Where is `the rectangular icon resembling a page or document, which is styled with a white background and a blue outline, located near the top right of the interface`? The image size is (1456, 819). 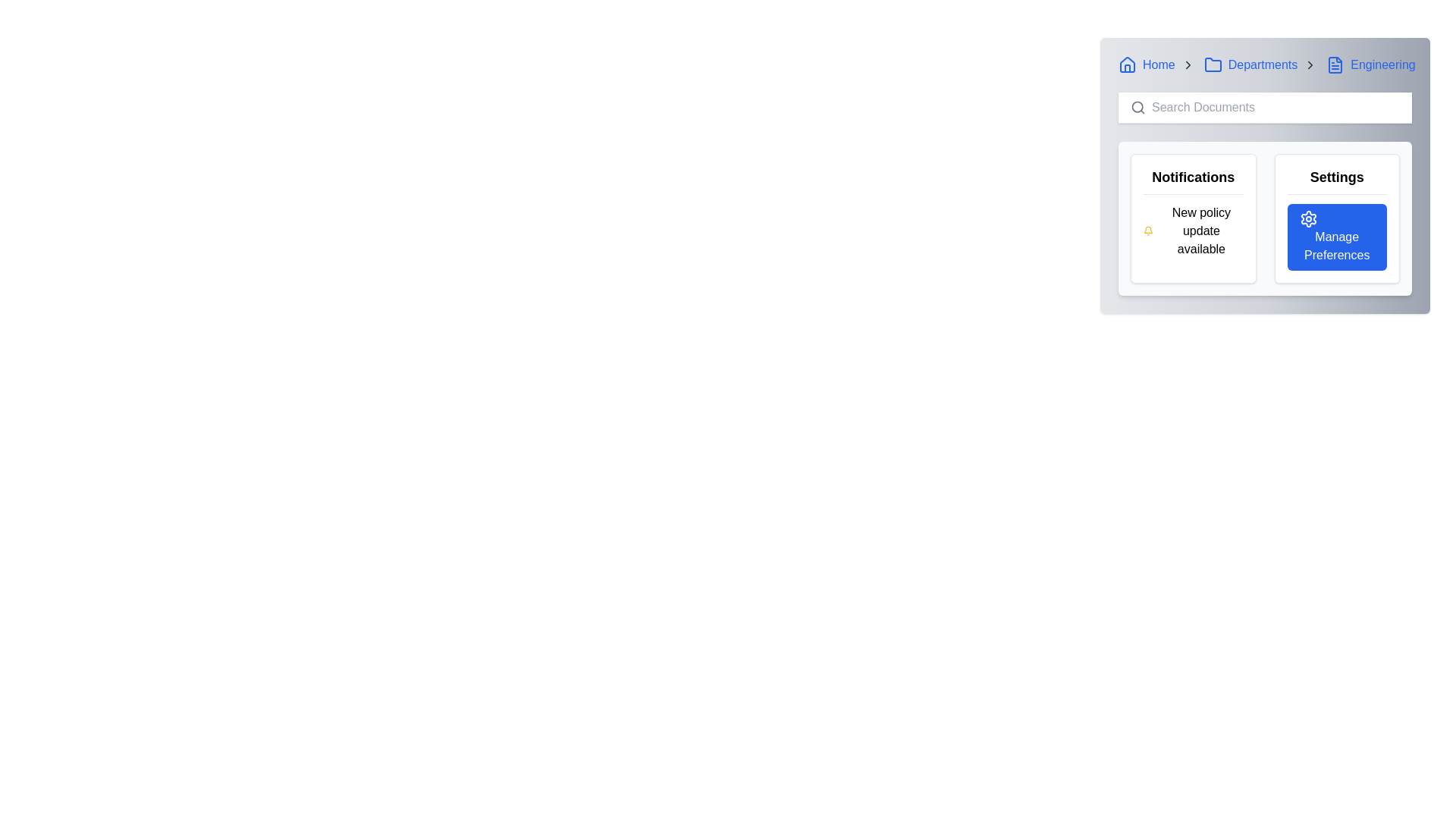 the rectangular icon resembling a page or document, which is styled with a white background and a blue outline, located near the top right of the interface is located at coordinates (1335, 64).